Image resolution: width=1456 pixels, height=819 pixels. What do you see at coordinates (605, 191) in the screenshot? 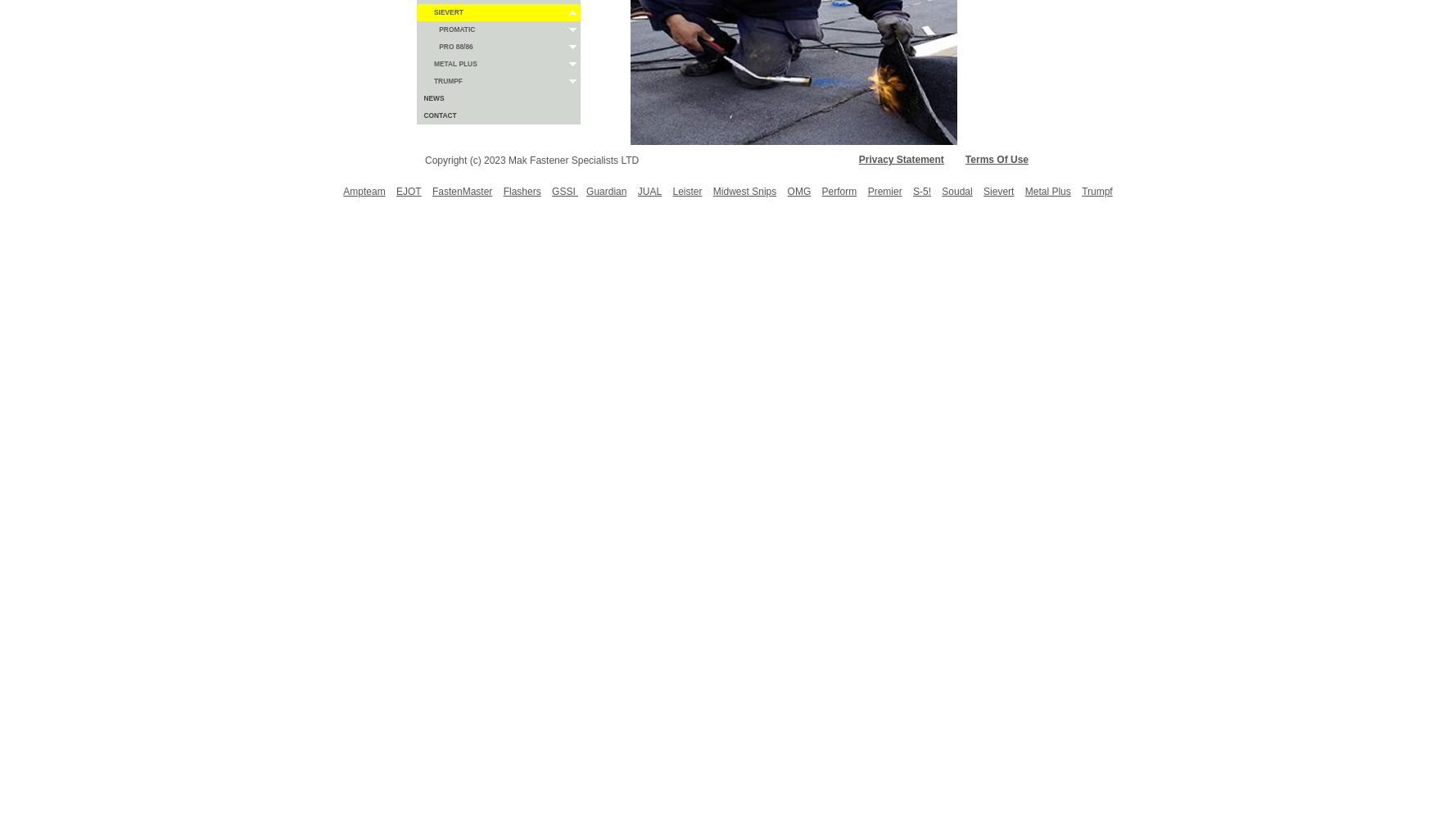
I see `'Guardian'` at bounding box center [605, 191].